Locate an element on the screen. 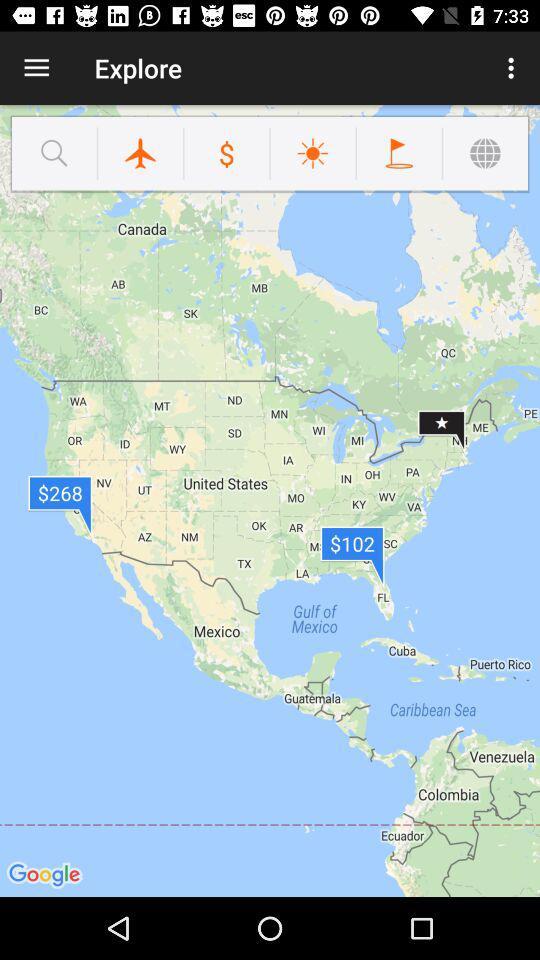 The width and height of the screenshot is (540, 960). the item to the right of explore icon is located at coordinates (513, 68).